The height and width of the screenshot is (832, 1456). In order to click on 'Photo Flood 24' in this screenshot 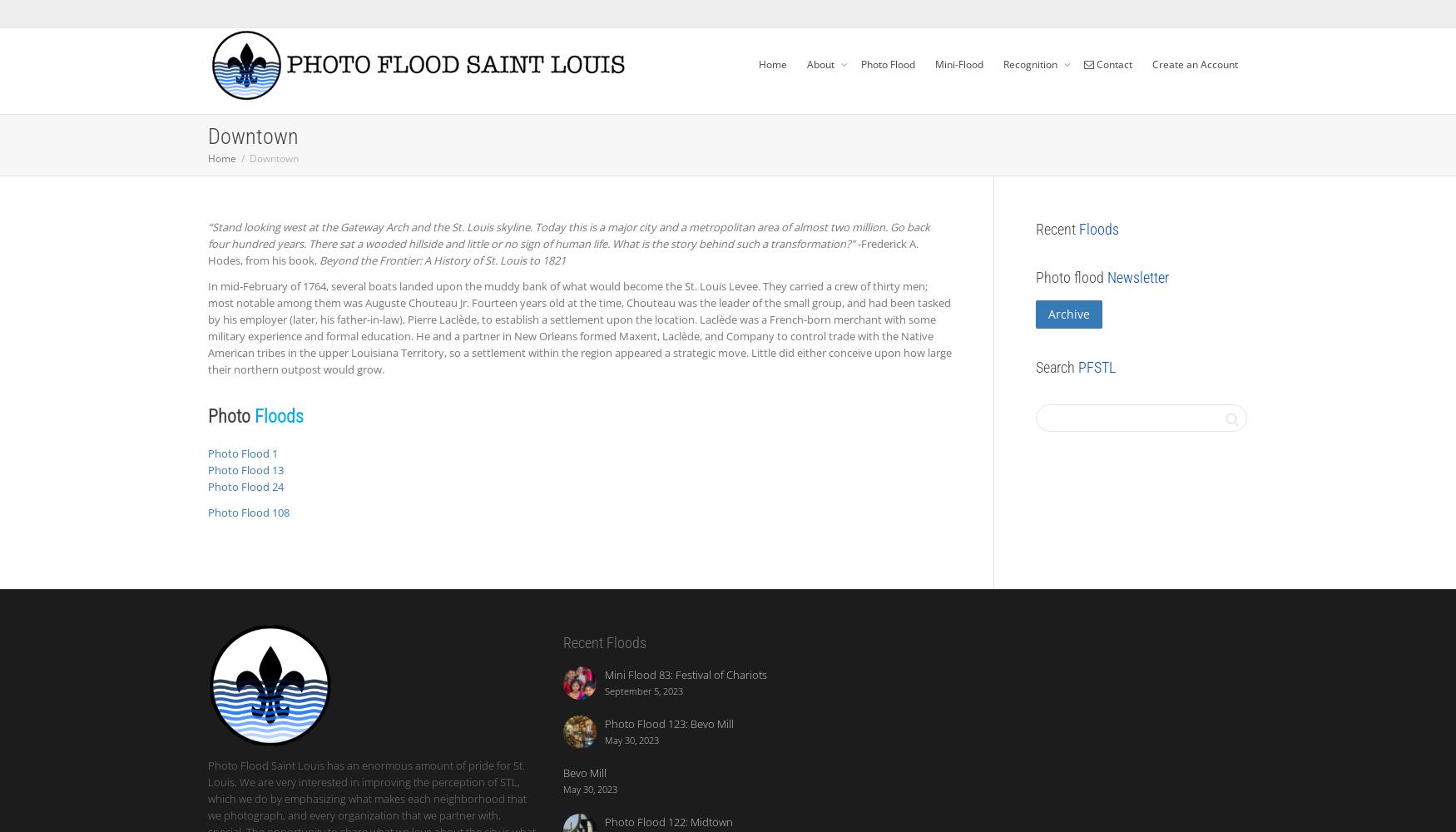, I will do `click(245, 486)`.